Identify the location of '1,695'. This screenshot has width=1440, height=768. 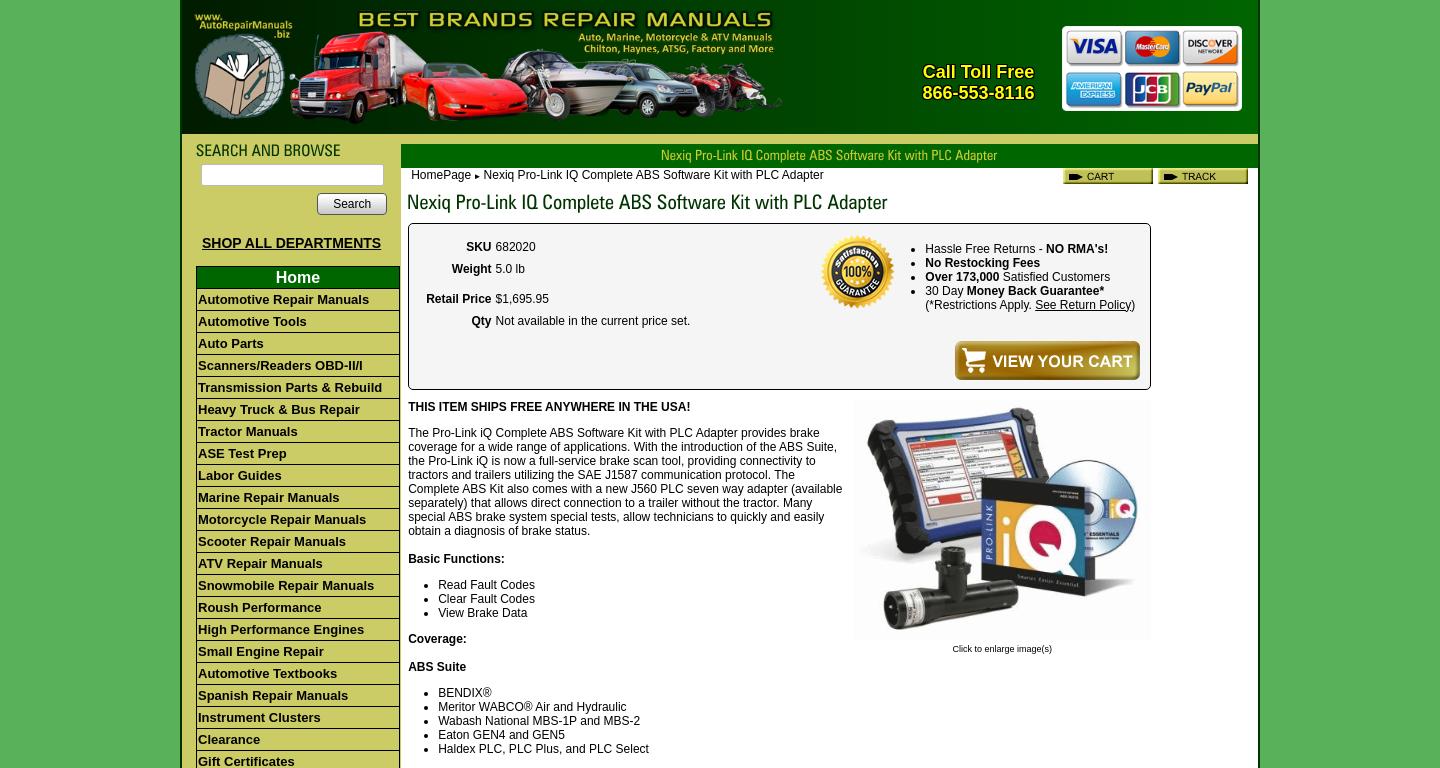
(515, 297).